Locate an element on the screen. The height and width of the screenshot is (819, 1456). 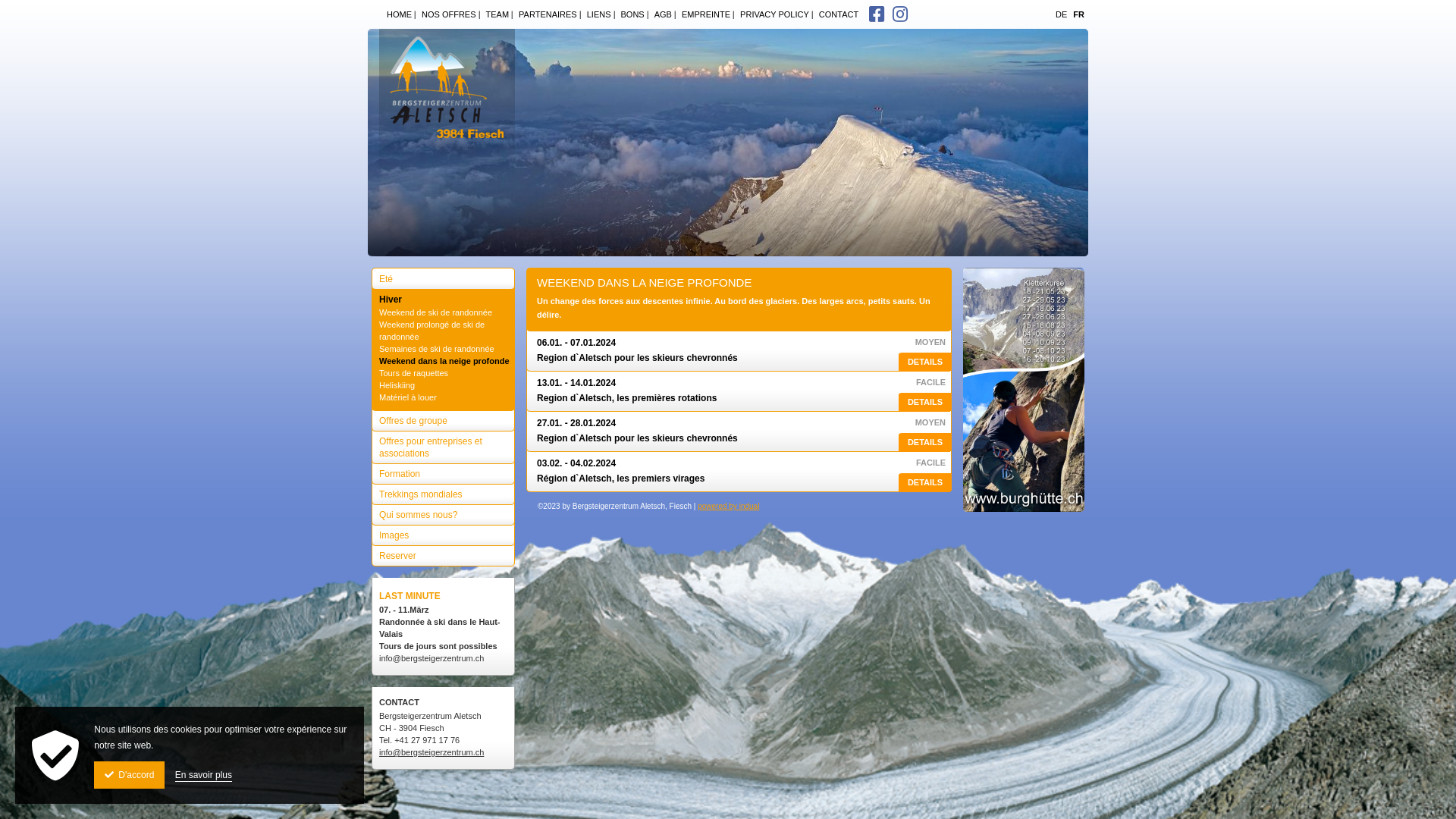
'BONS' is located at coordinates (612, 14).